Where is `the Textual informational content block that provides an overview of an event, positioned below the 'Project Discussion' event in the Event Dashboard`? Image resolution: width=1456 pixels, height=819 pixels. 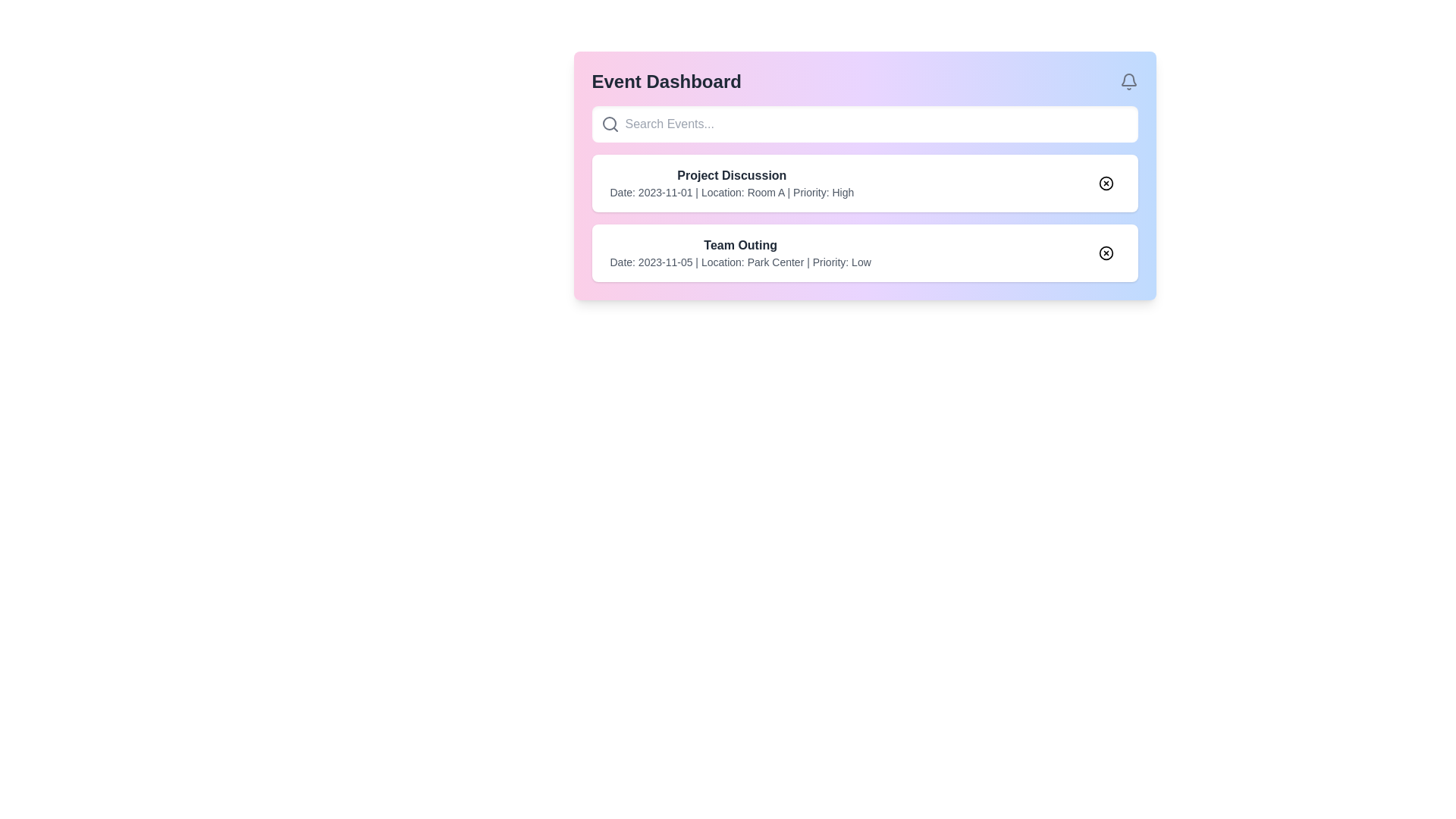
the Textual informational content block that provides an overview of an event, positioned below the 'Project Discussion' event in the Event Dashboard is located at coordinates (740, 253).